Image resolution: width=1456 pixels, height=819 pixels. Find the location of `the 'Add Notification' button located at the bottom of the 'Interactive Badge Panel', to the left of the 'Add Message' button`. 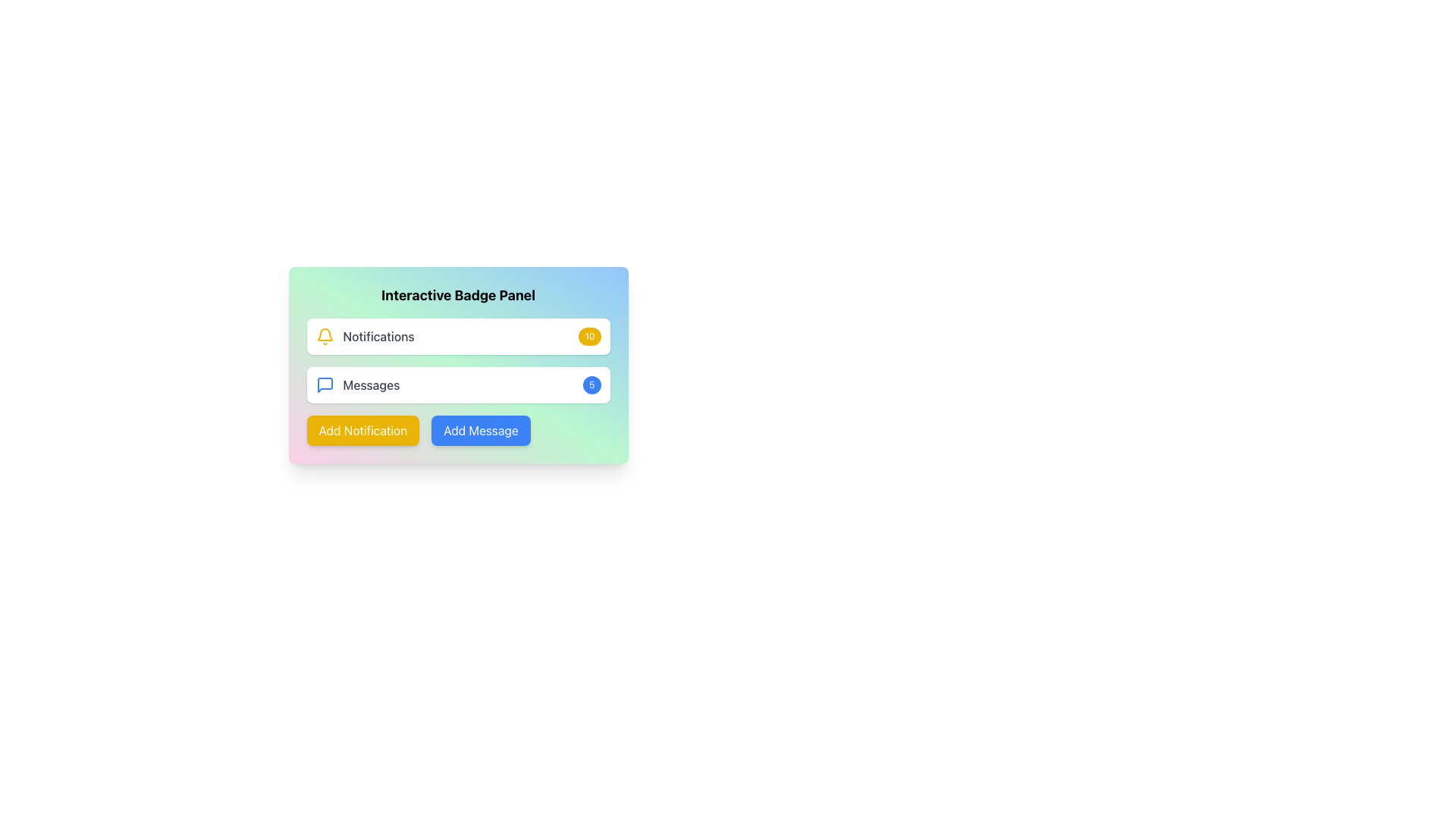

the 'Add Notification' button located at the bottom of the 'Interactive Badge Panel', to the left of the 'Add Message' button is located at coordinates (362, 430).